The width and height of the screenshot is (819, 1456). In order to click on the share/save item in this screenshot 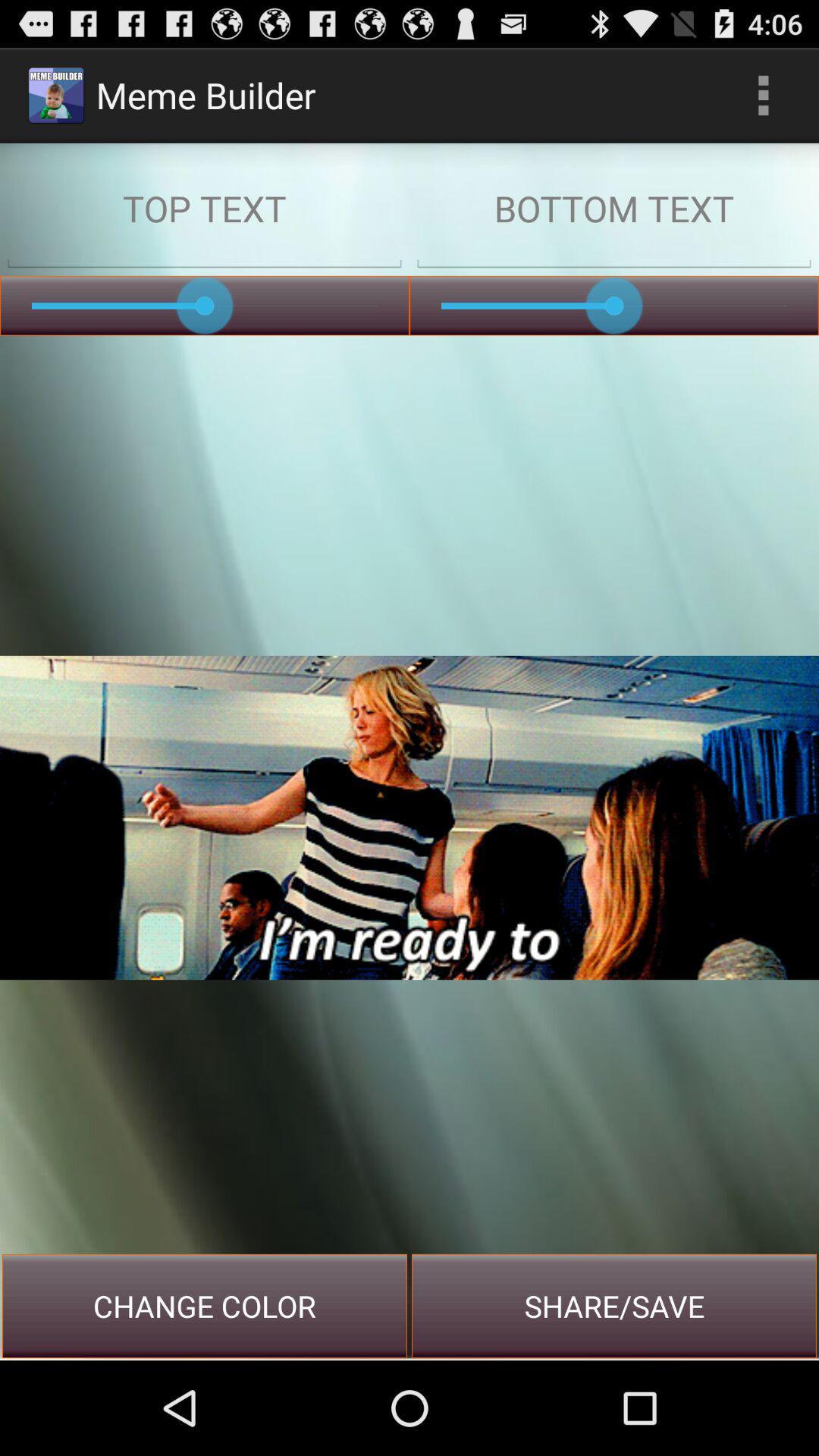, I will do `click(614, 1305)`.